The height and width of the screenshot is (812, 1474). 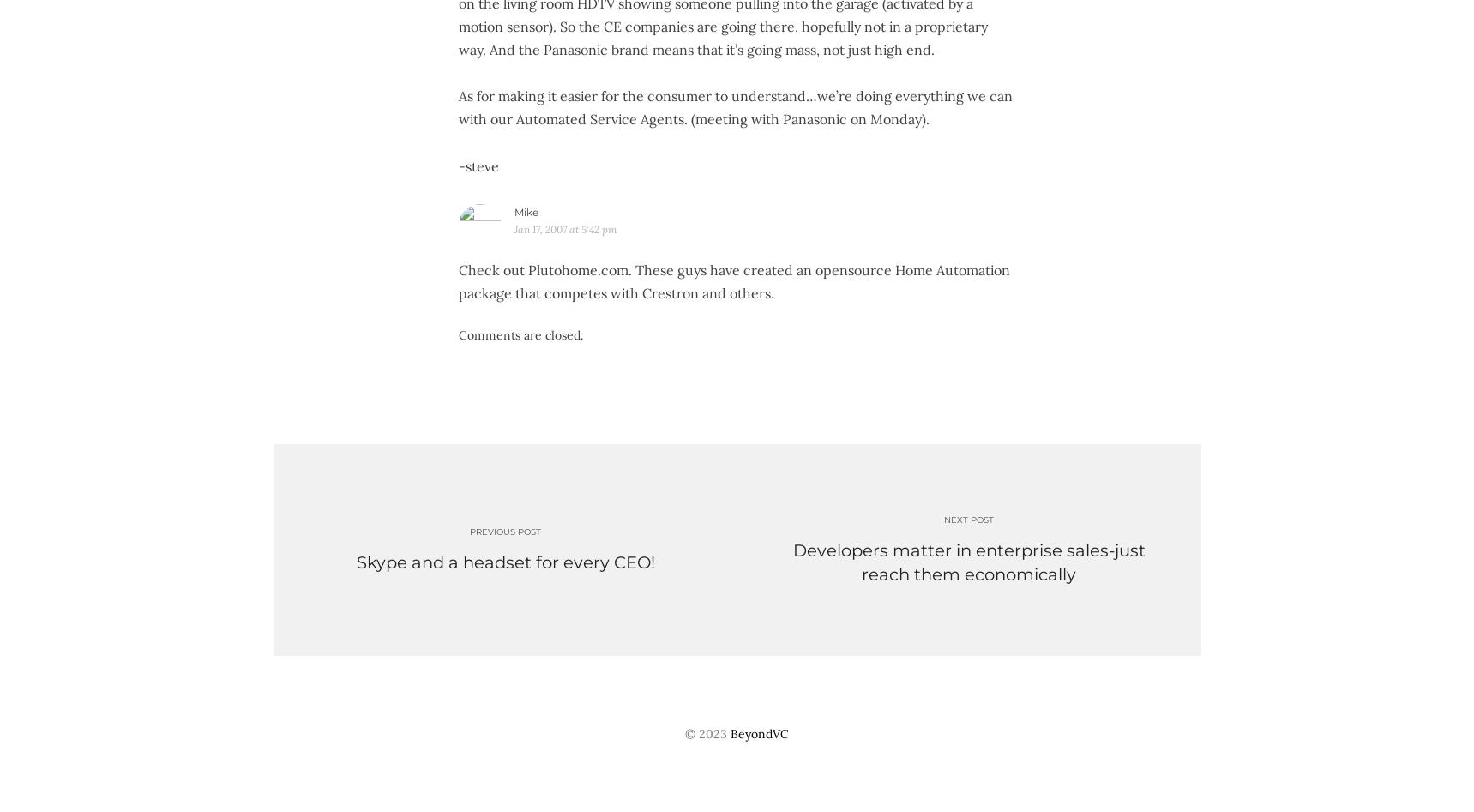 I want to click on 'Jan 17, 2007 at 5:42 pm', so click(x=564, y=228).